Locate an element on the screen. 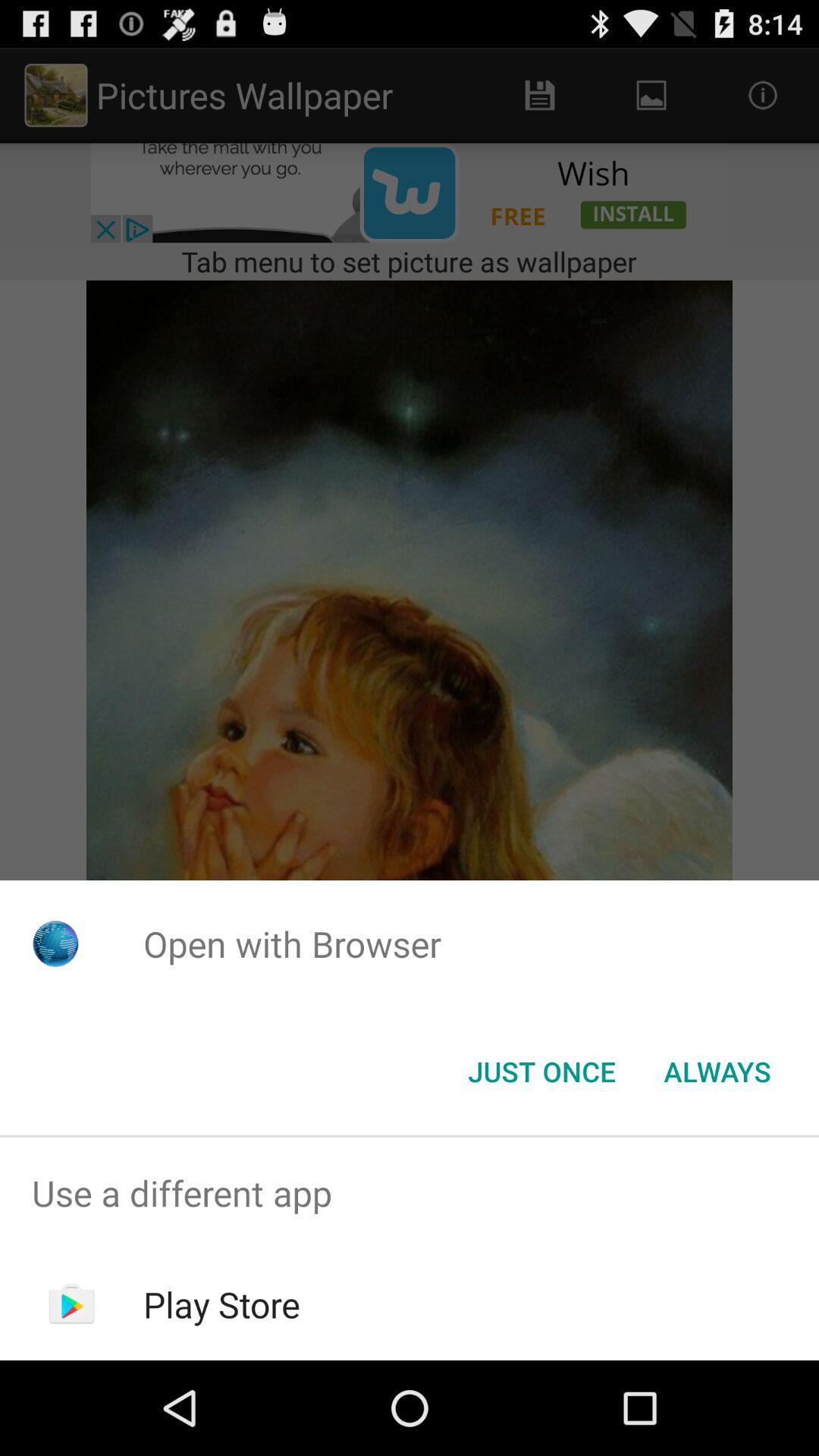  the button at the bottom right corner is located at coordinates (717, 1070).